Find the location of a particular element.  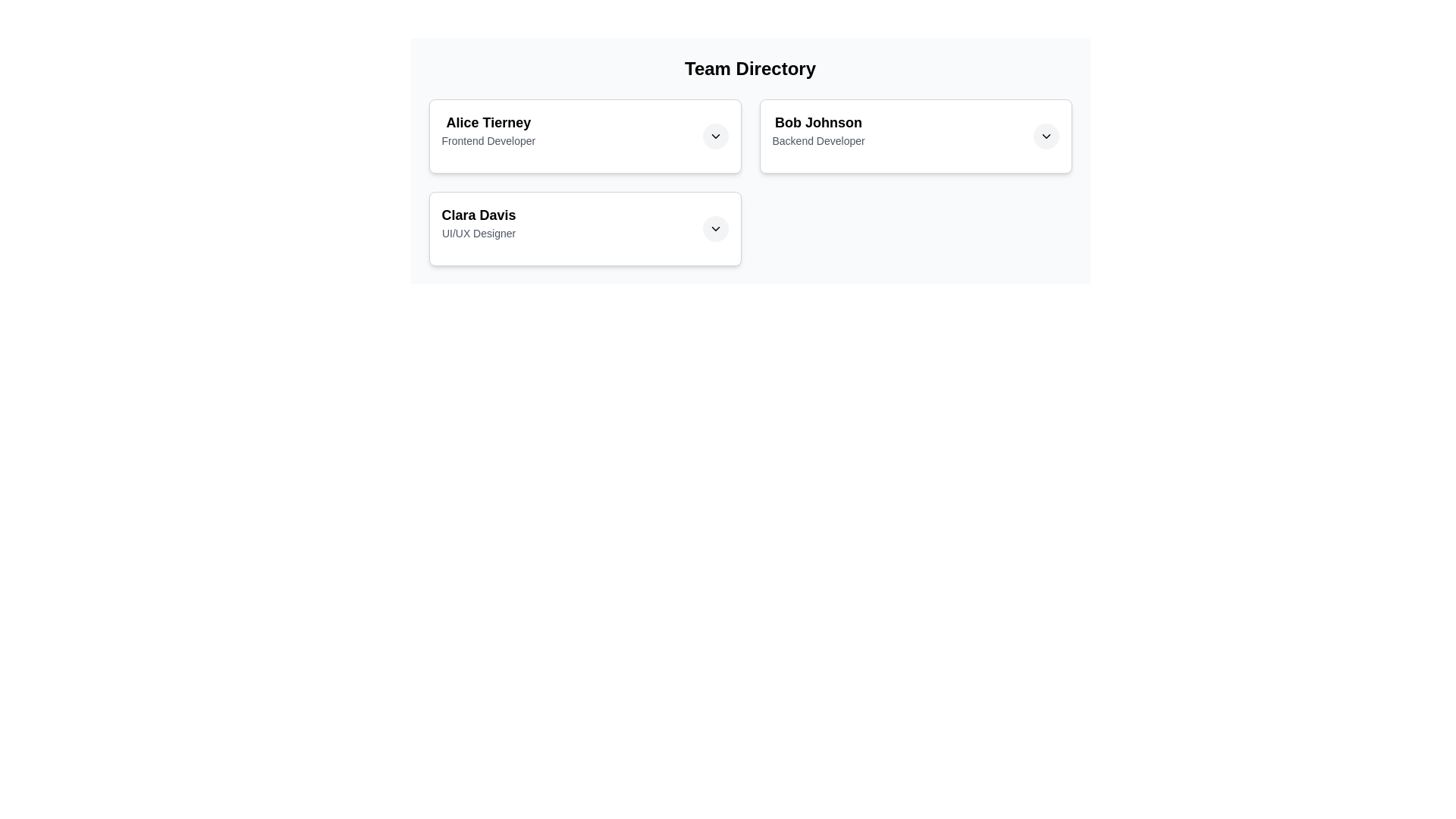

bold text label displaying the name 'Clara Davis' located at the top-left corner of a card, positioned above the text 'UI/UX Designer' is located at coordinates (478, 215).